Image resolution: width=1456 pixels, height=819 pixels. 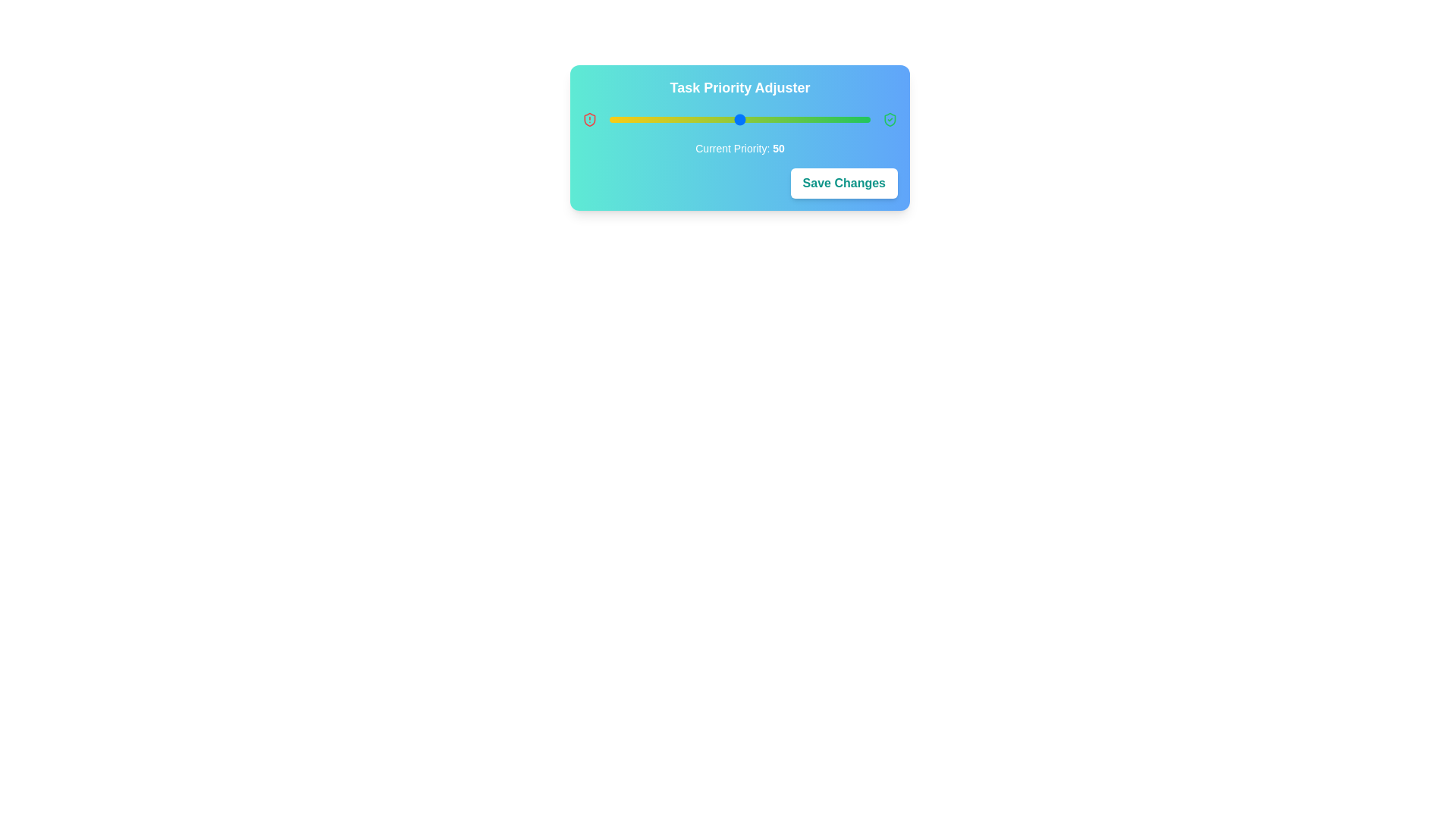 What do you see at coordinates (779, 119) in the screenshot?
I see `the priority slider to 65 by clicking on the slider track` at bounding box center [779, 119].